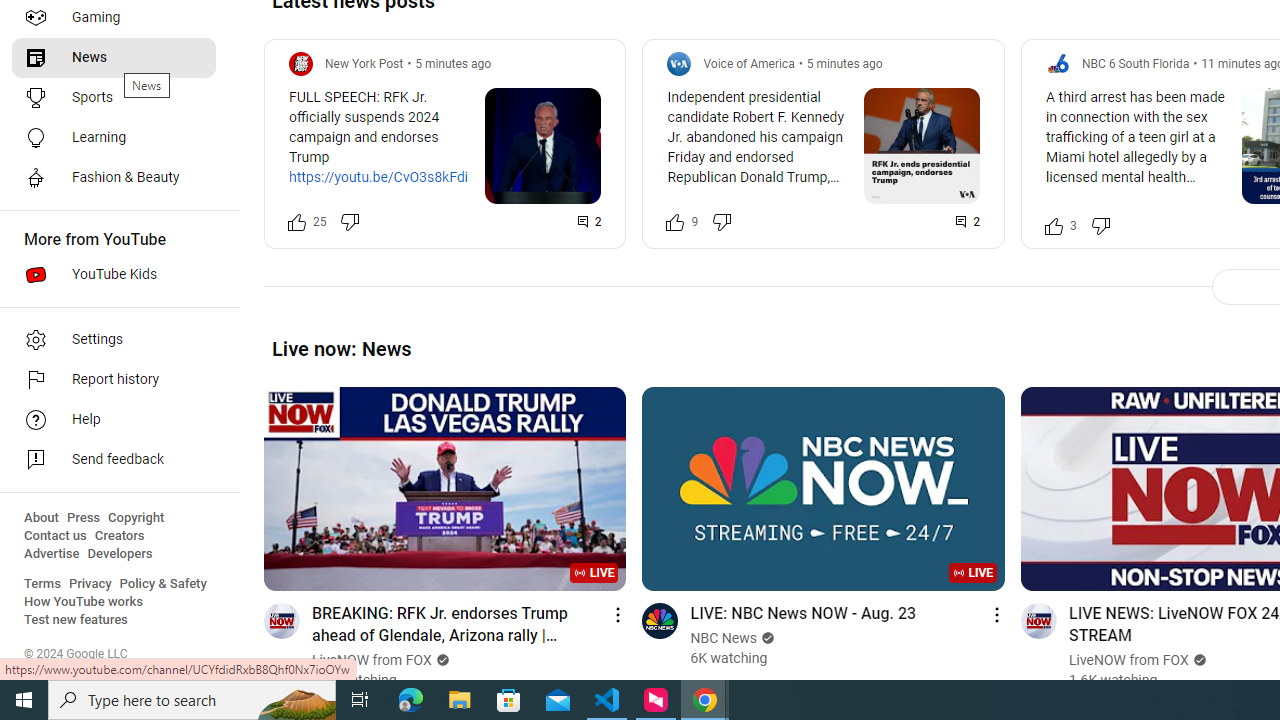  Describe the element at coordinates (364, 62) in the screenshot. I see `'New York Post'` at that location.